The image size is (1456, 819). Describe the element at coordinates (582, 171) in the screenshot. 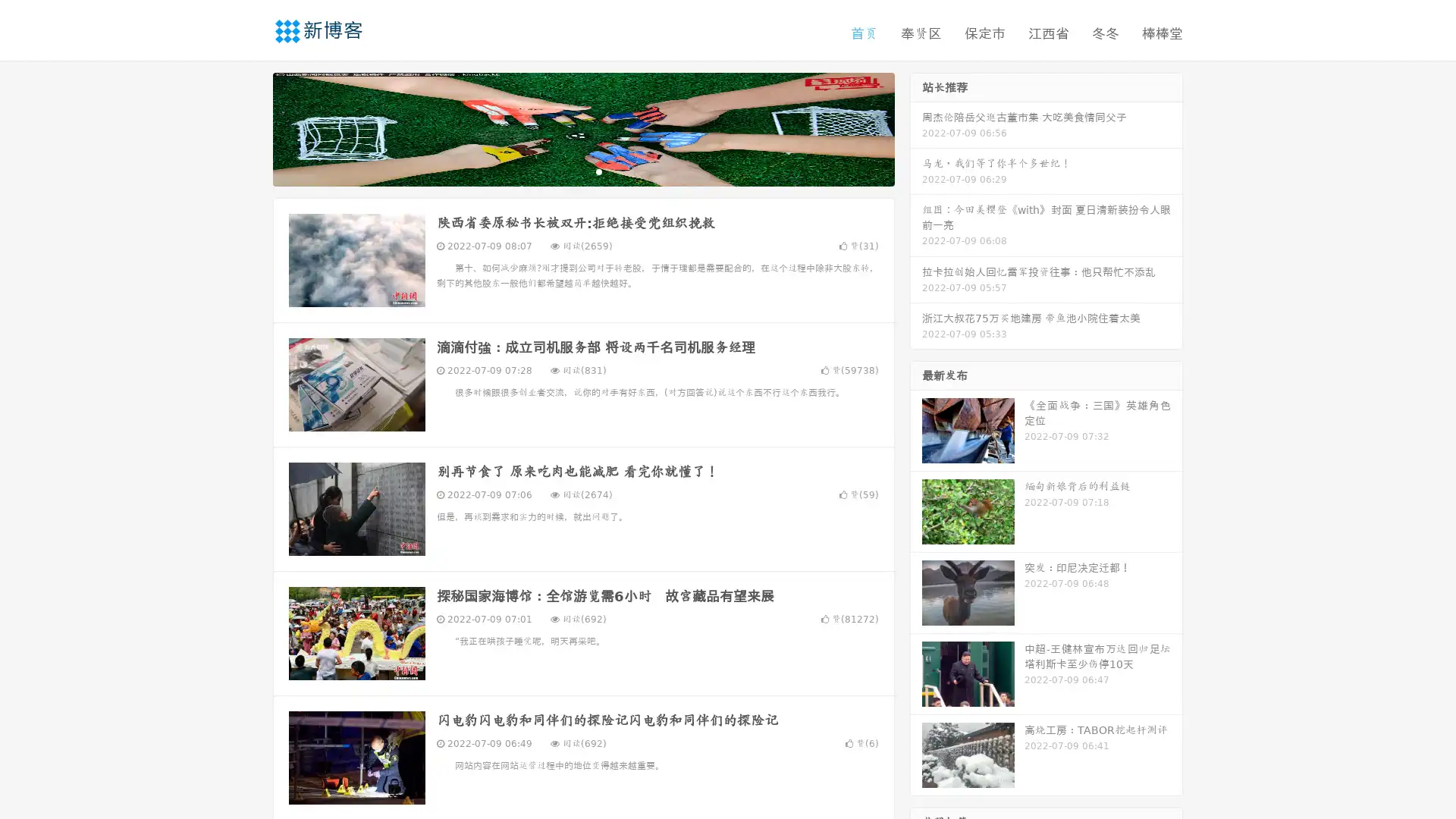

I see `Go to slide 2` at that location.